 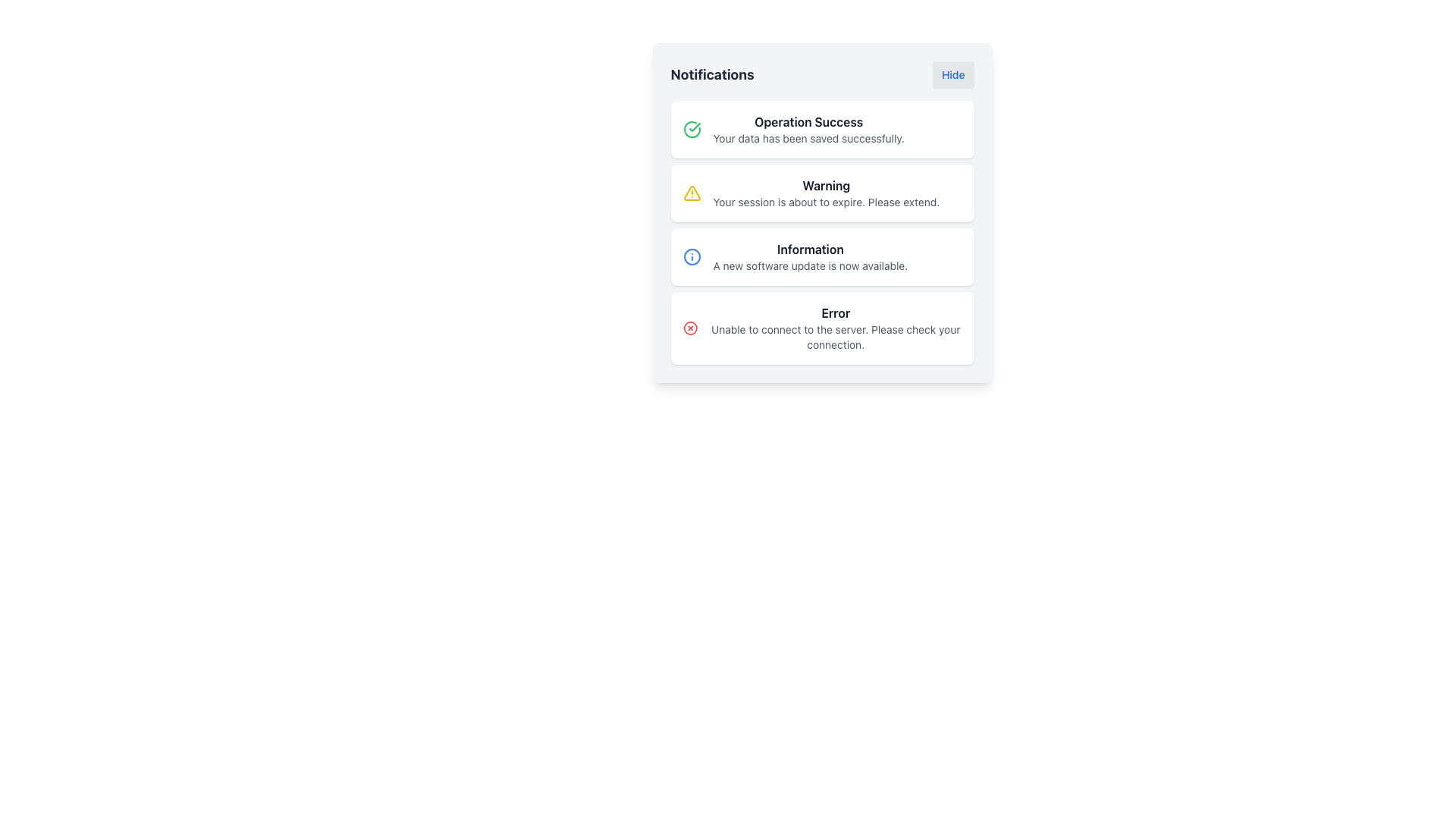 I want to click on the circular red outlined icon with a white background that is part of the 'Error' notification entry, located at the left edge of the last notification card, so click(x=689, y=327).